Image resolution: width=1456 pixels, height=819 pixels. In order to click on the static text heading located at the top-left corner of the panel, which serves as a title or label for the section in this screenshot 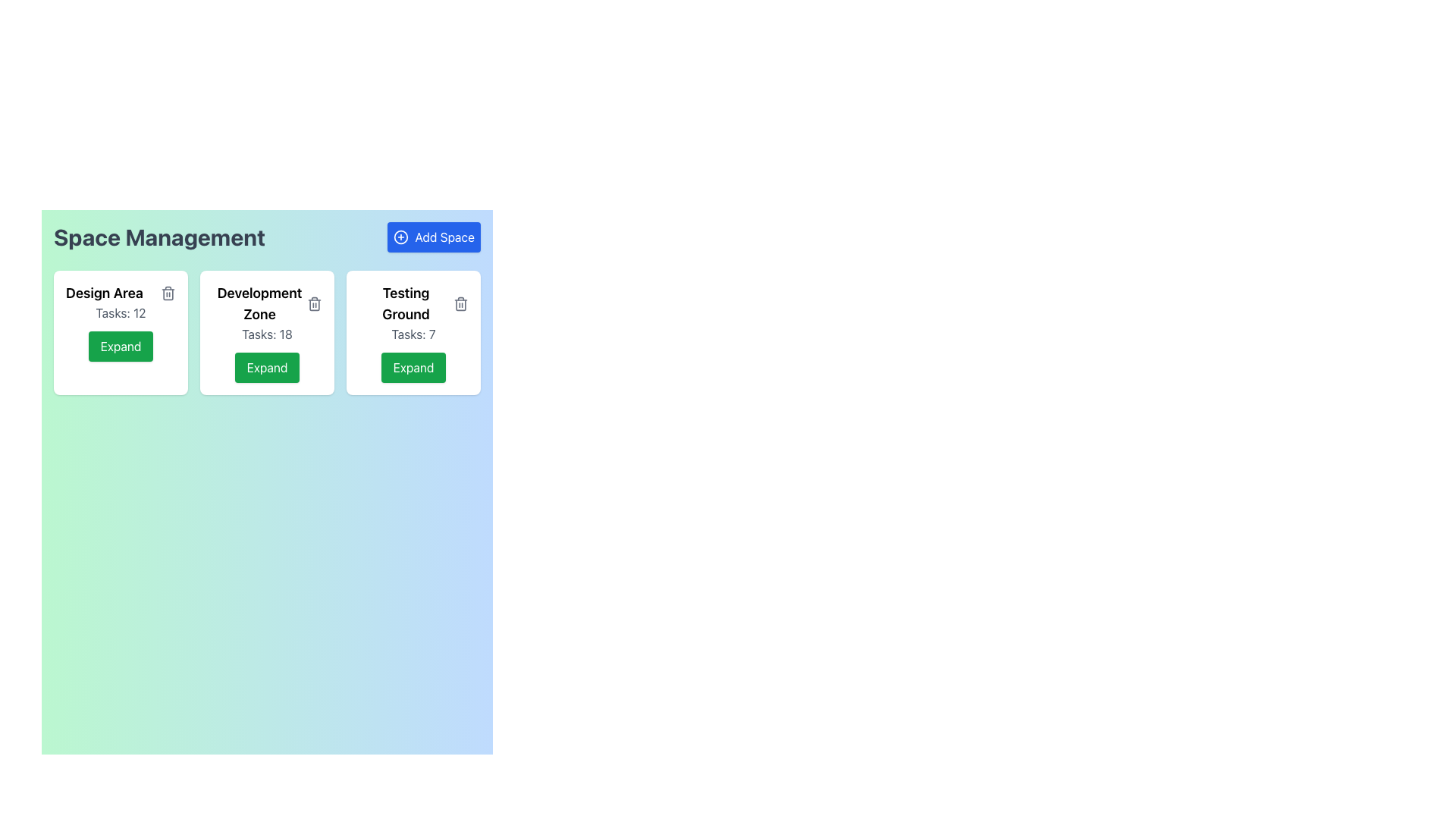, I will do `click(159, 237)`.